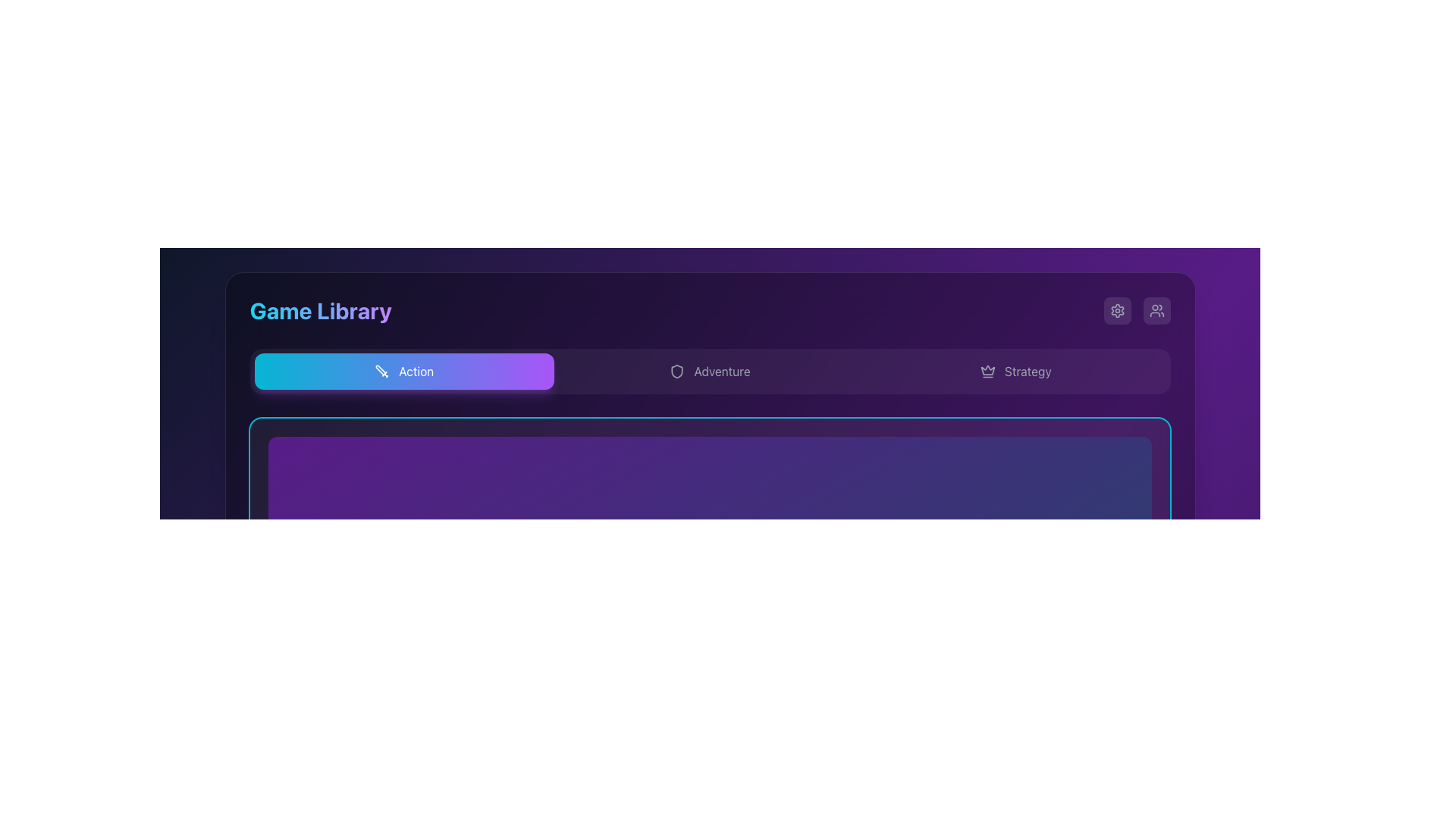  What do you see at coordinates (382, 371) in the screenshot?
I see `the button containing the sword icon, which is located to the left of the text 'Action'` at bounding box center [382, 371].